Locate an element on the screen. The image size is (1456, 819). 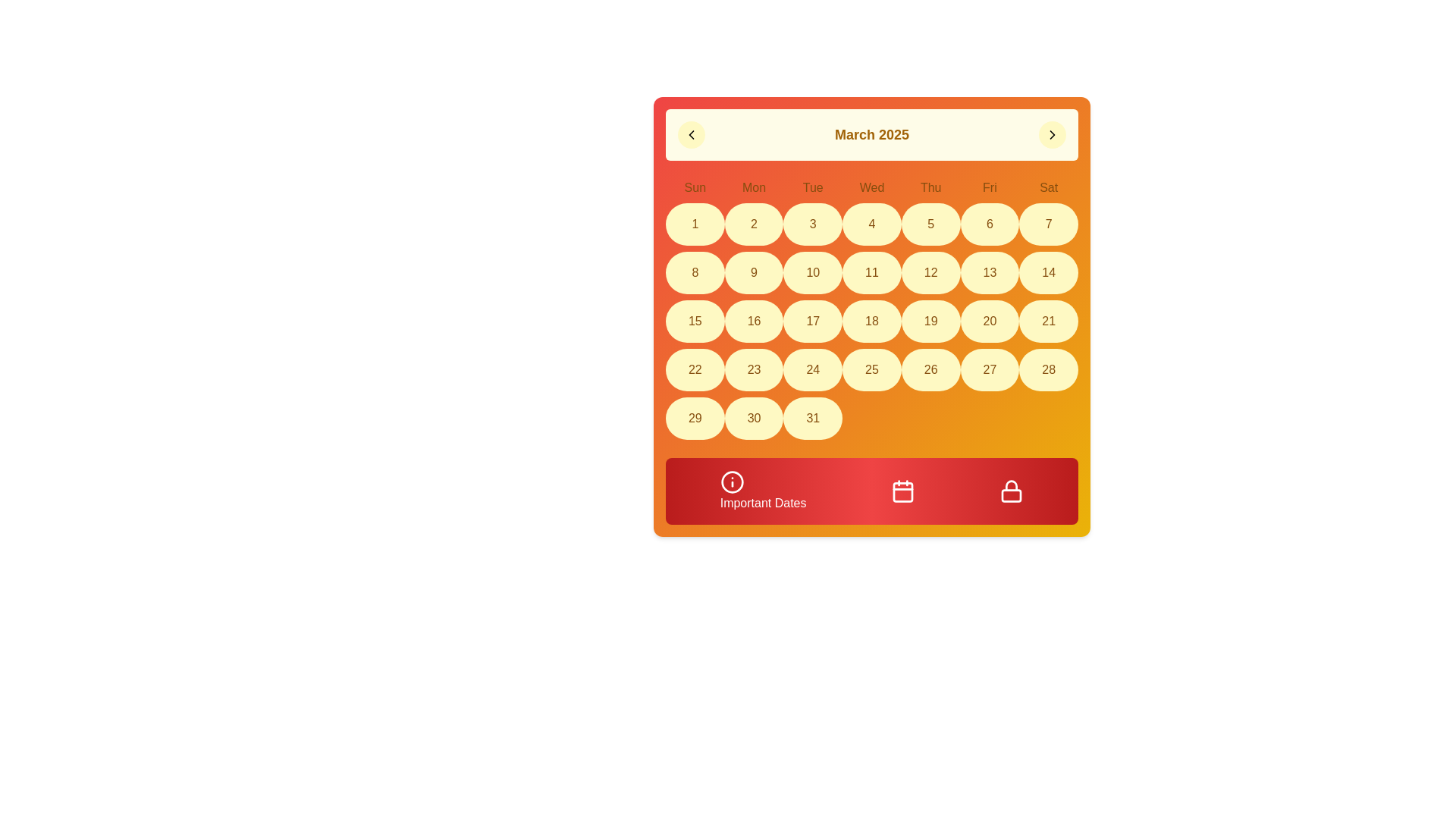
the circular button with a soft yellow background and centered black number '9' is located at coordinates (754, 271).